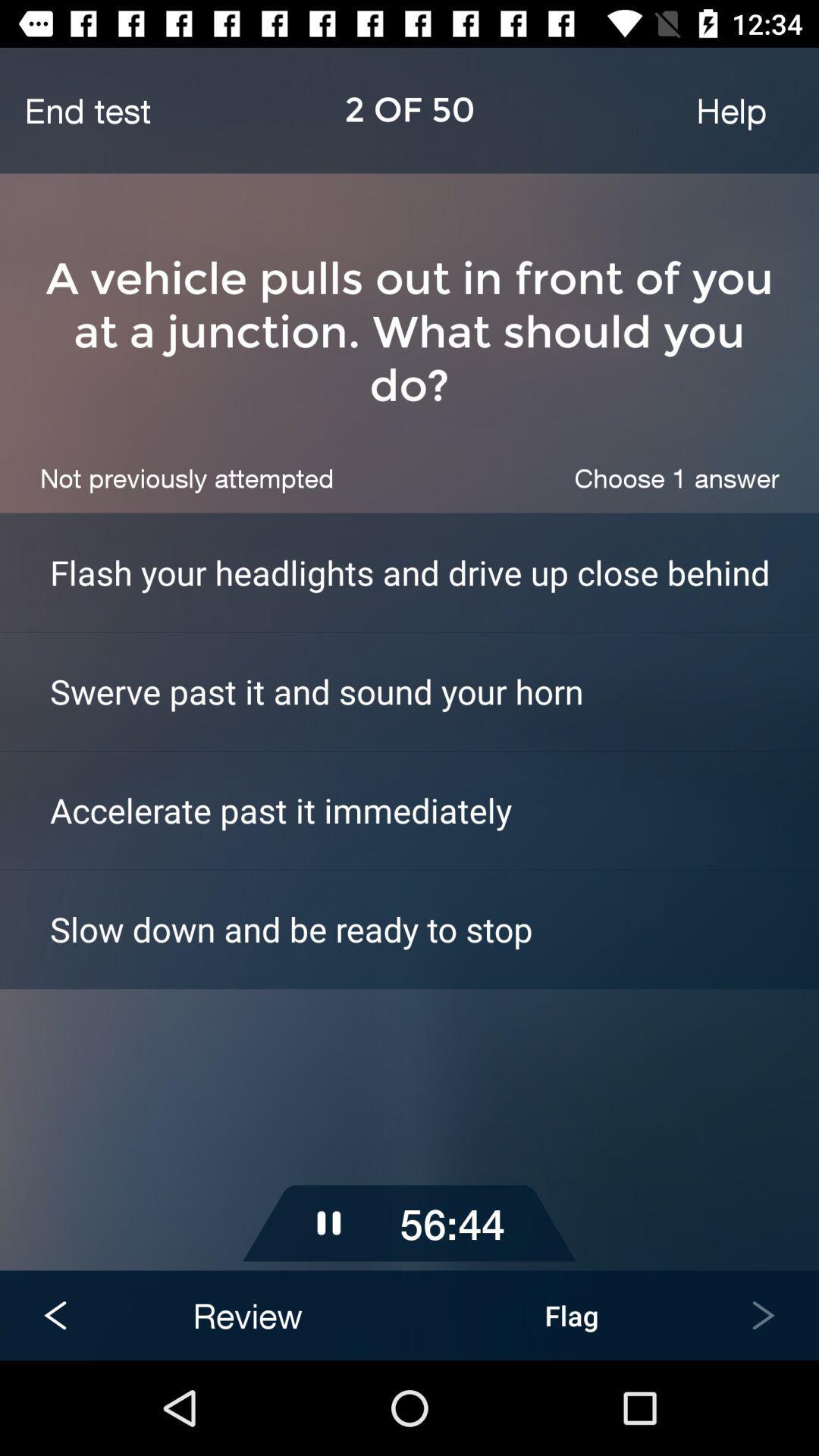 The height and width of the screenshot is (1456, 819). I want to click on the icon next to help icon, so click(87, 109).